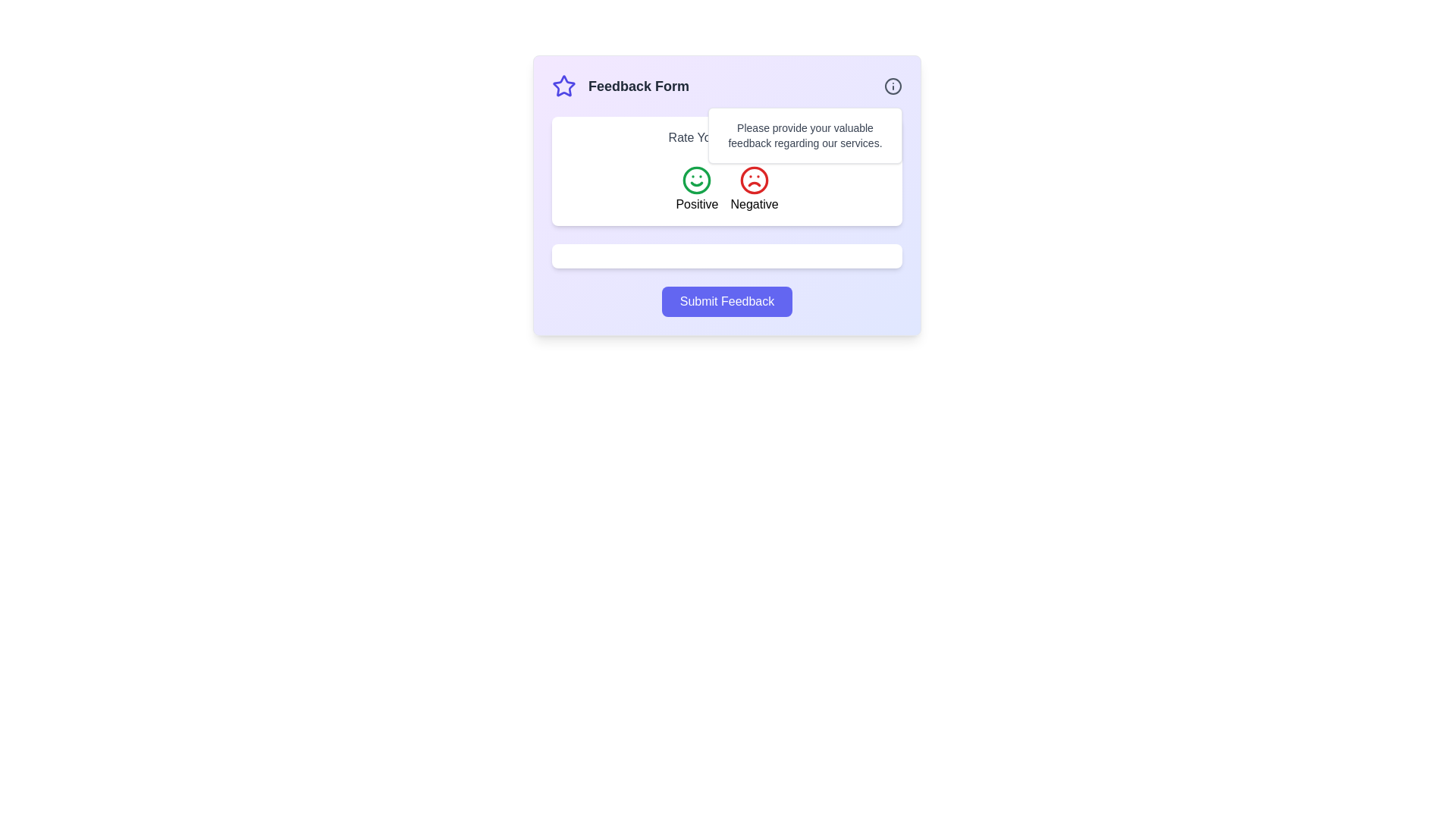 This screenshot has height=819, width=1456. I want to click on the decorative star icon positioned at the top-left of the feedback form, aligned with the 'Feedback Form' title, so click(563, 86).